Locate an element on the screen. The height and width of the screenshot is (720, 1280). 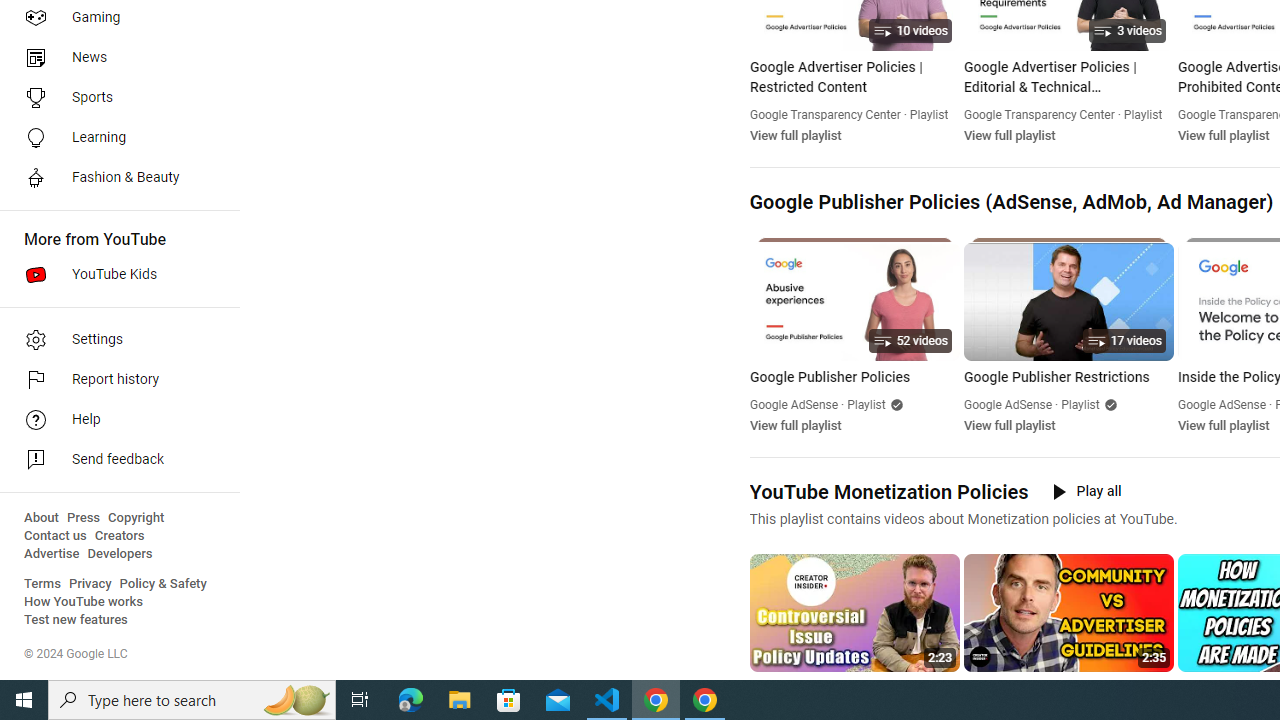
'Developers' is located at coordinates (119, 554).